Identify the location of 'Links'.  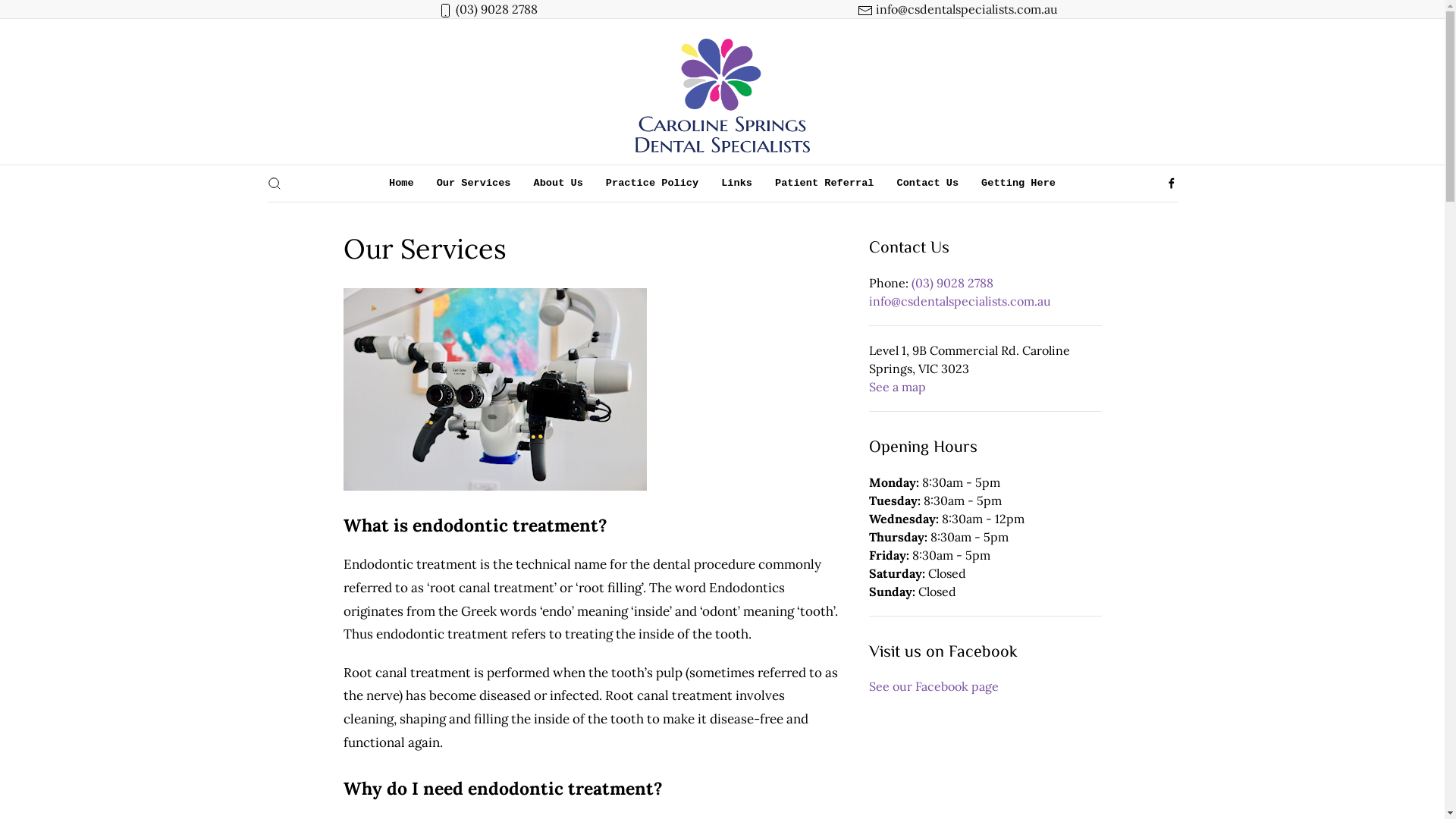
(736, 183).